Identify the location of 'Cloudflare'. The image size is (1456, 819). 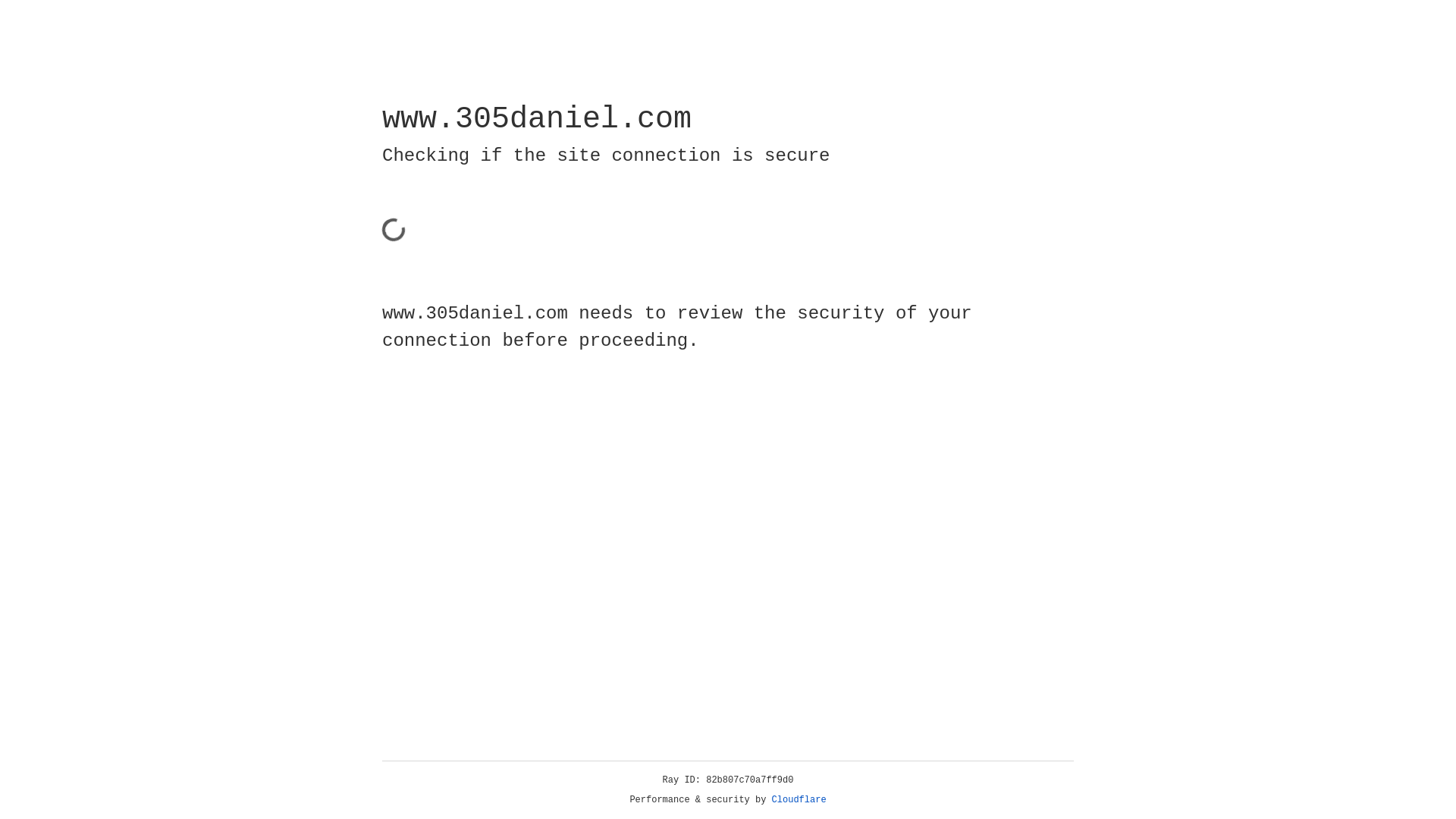
(771, 799).